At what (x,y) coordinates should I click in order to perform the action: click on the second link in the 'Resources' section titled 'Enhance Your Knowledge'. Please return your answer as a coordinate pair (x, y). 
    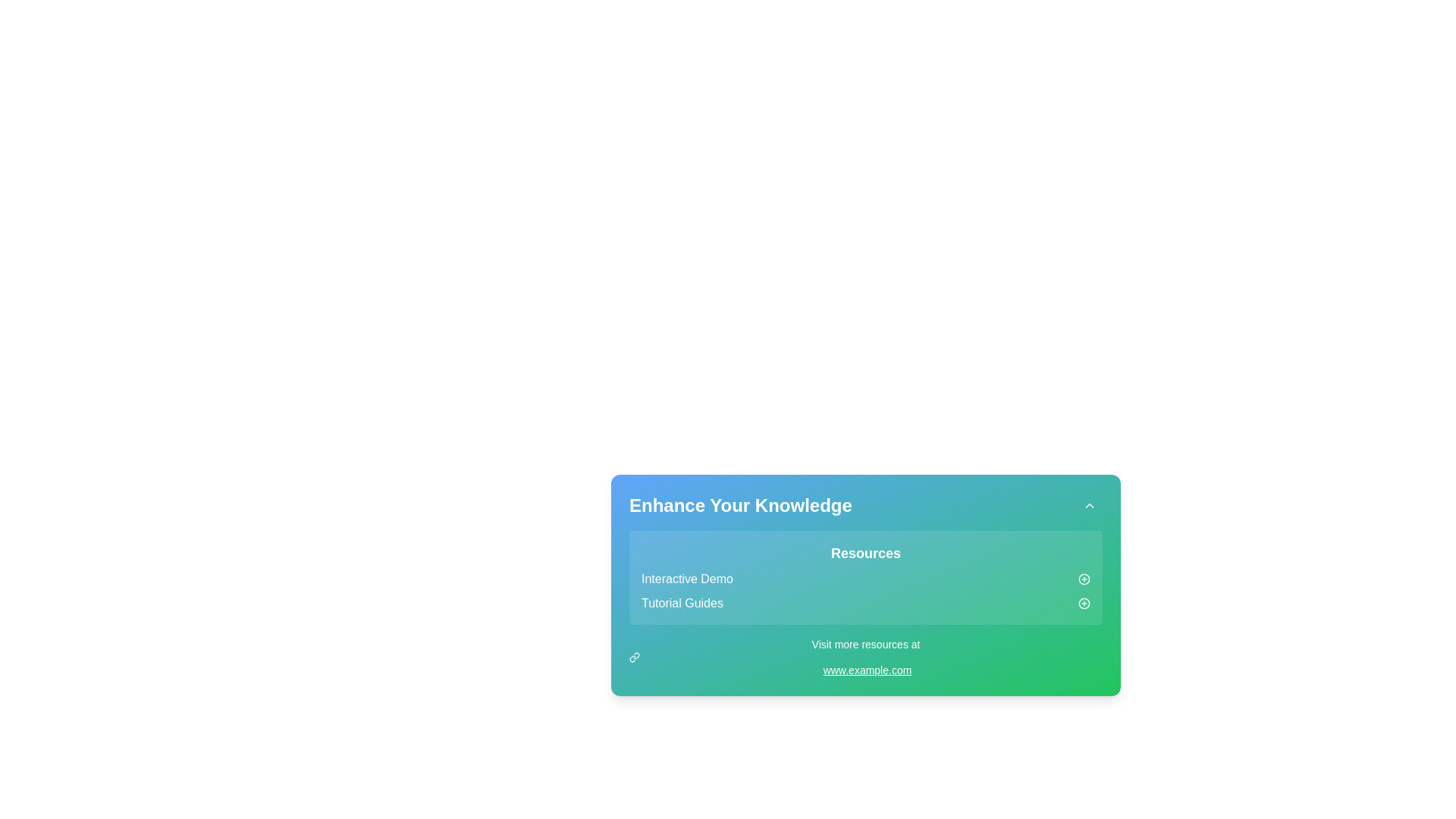
    Looking at the image, I should click on (866, 602).